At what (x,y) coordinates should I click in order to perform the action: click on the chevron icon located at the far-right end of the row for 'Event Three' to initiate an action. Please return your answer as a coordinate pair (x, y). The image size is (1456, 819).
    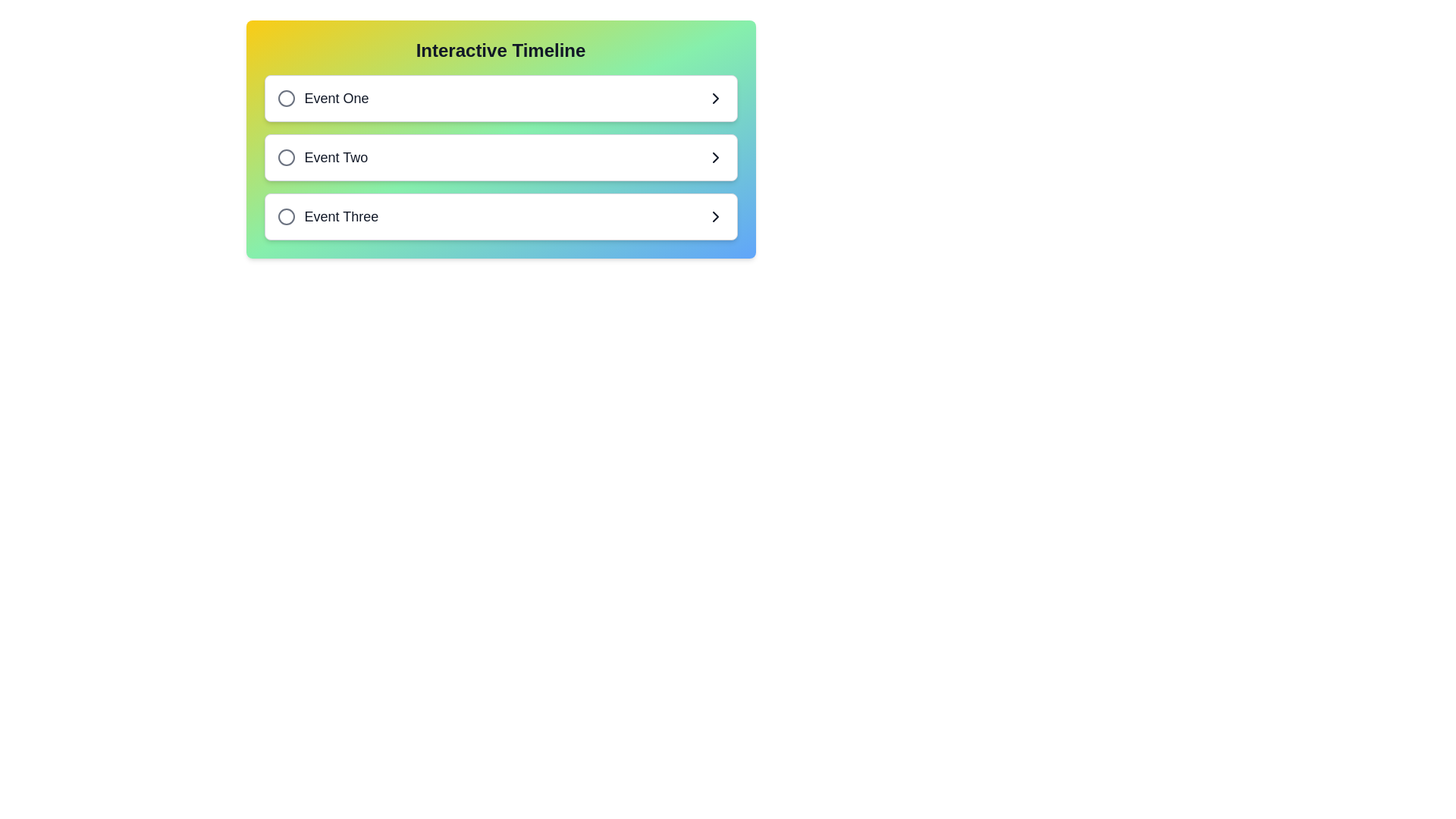
    Looking at the image, I should click on (714, 216).